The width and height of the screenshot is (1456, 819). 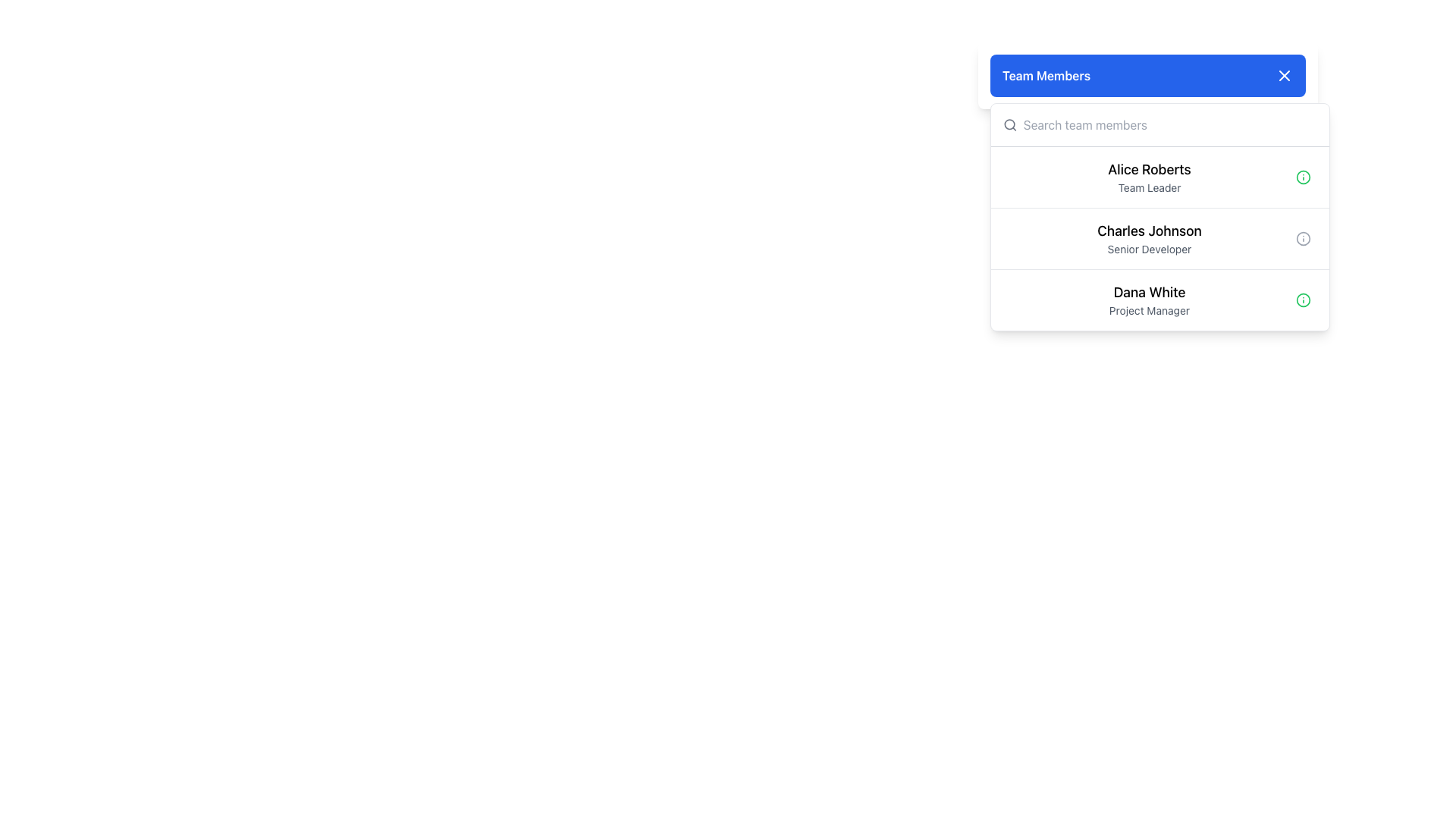 I want to click on the search icon located to the left of the input field in the 'Search team members' bar, which serves as a visual indicator for search functionality, so click(x=1010, y=124).